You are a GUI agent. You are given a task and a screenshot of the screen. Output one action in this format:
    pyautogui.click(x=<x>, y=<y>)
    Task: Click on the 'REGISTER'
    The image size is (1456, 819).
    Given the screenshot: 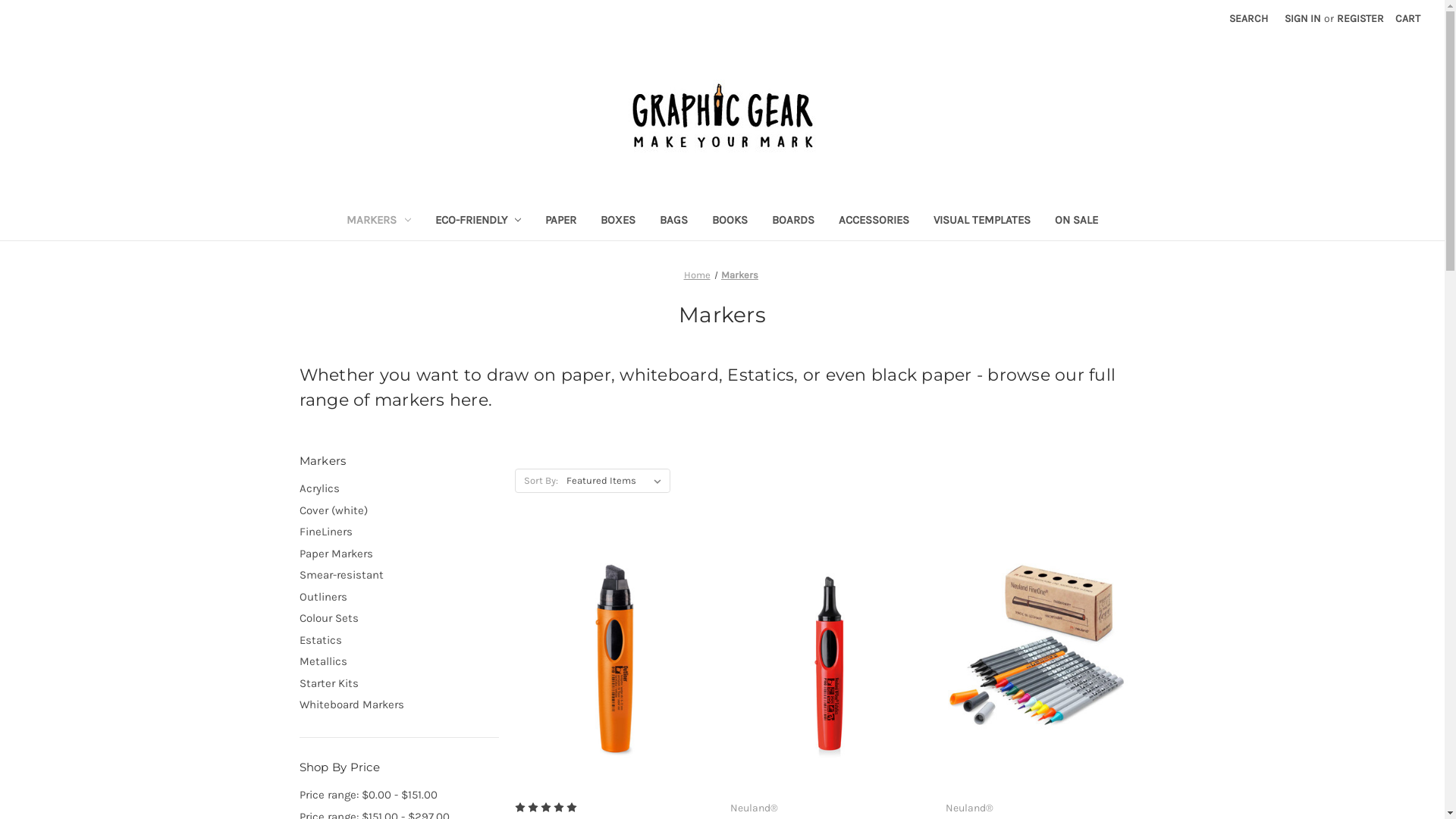 What is the action you would take?
    pyautogui.click(x=1360, y=18)
    